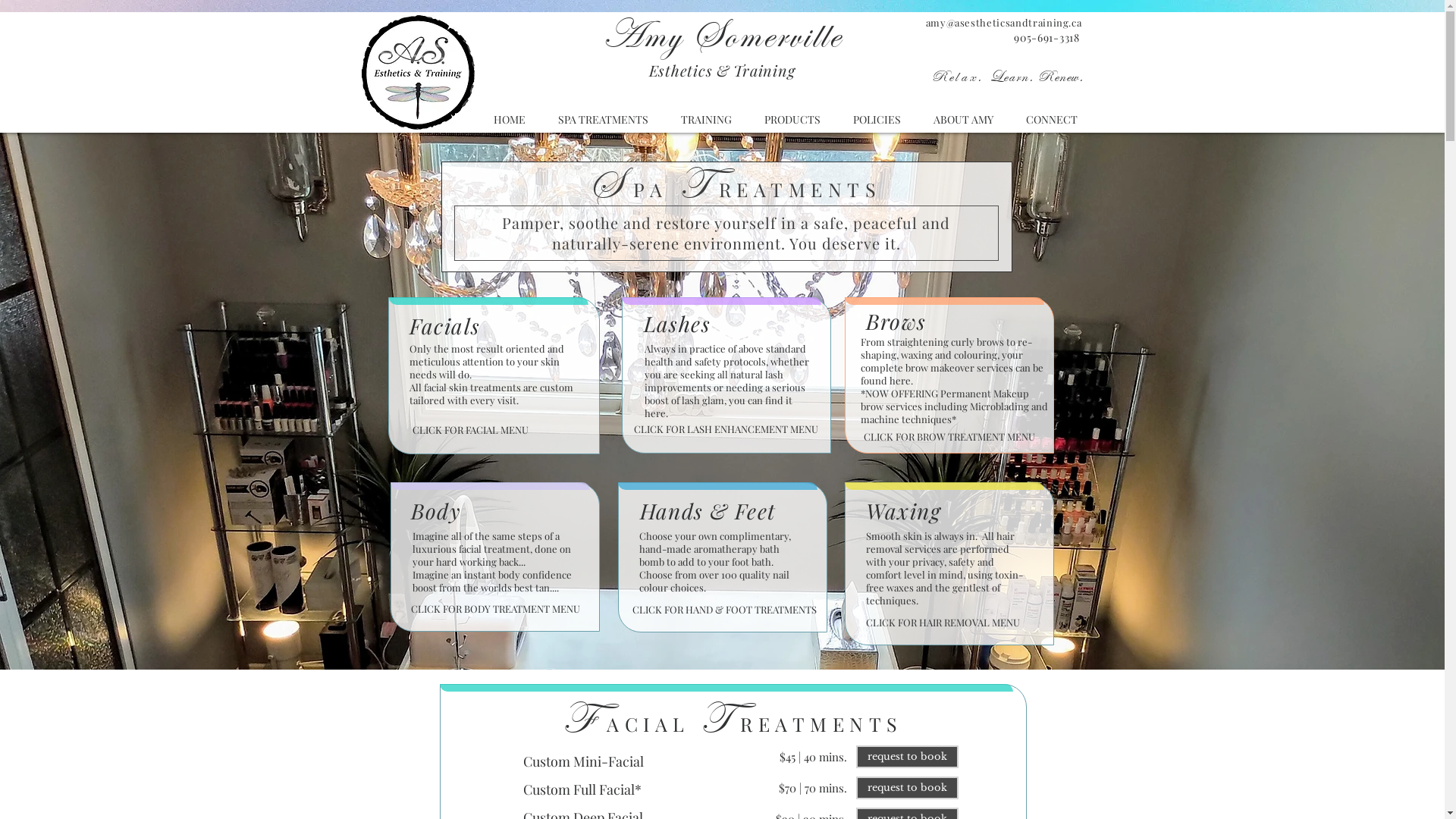 The width and height of the screenshot is (1456, 819). Describe the element at coordinates (948, 437) in the screenshot. I see `'CLICK FOR BROW TREATMENT MENU'` at that location.